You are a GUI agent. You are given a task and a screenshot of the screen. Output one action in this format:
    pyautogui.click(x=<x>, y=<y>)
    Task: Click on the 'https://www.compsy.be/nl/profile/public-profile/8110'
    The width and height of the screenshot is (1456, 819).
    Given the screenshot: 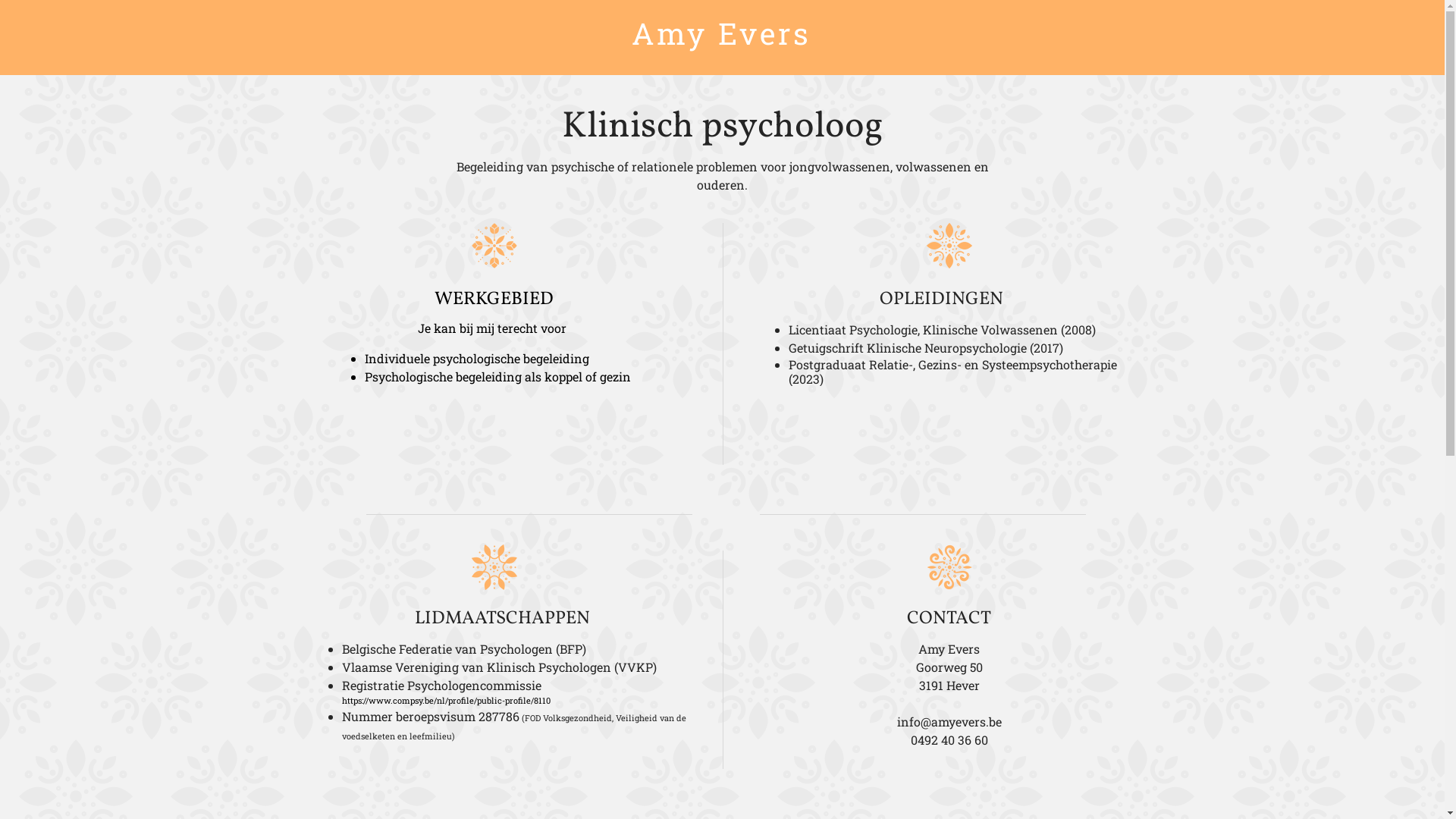 What is the action you would take?
    pyautogui.click(x=341, y=700)
    